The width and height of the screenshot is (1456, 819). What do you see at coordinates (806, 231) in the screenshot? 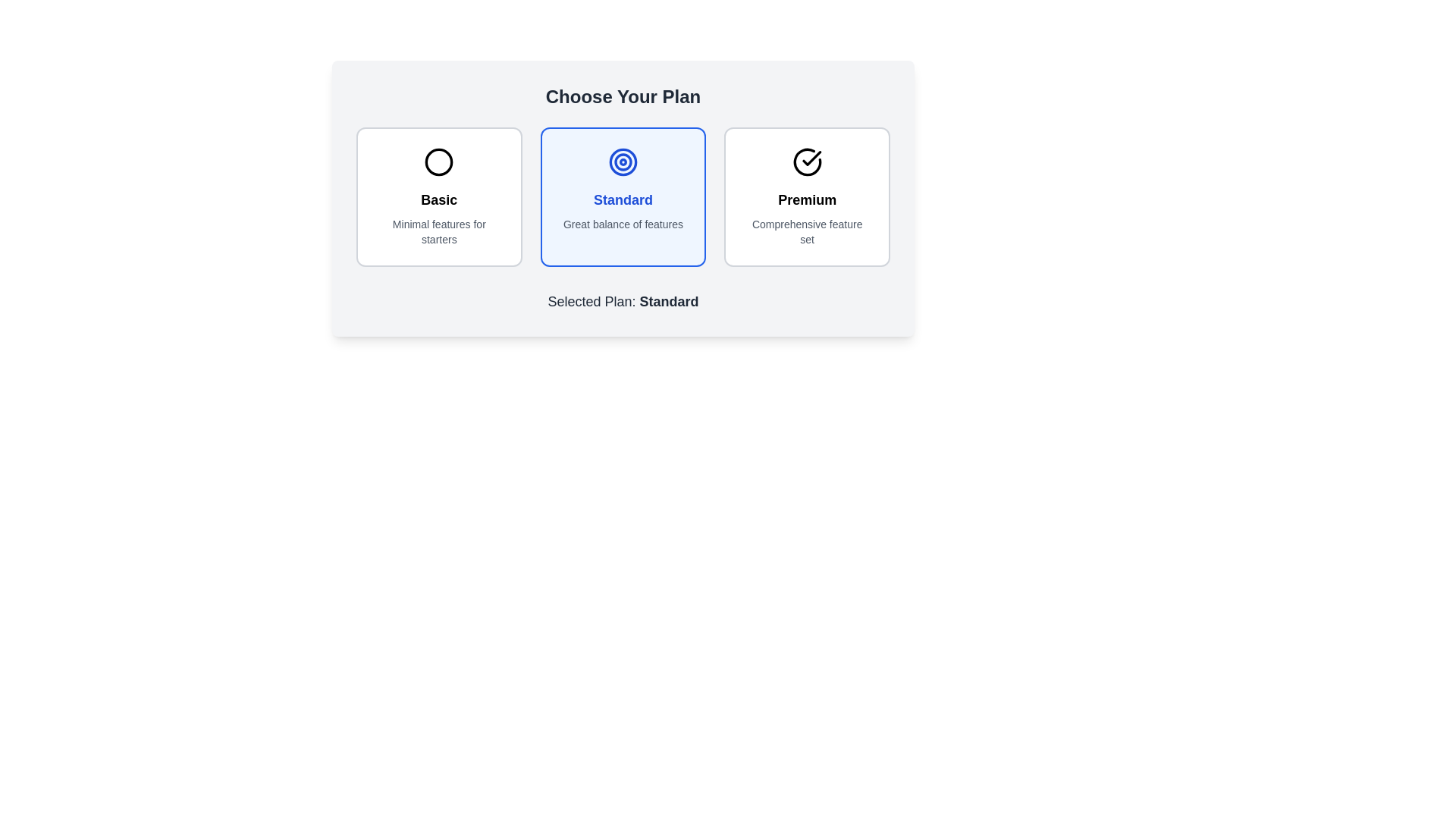
I see `the text label displaying 'Comprehensive feature set' located at the bottom of the 'Premium' plan card in the rightmost column` at bounding box center [806, 231].